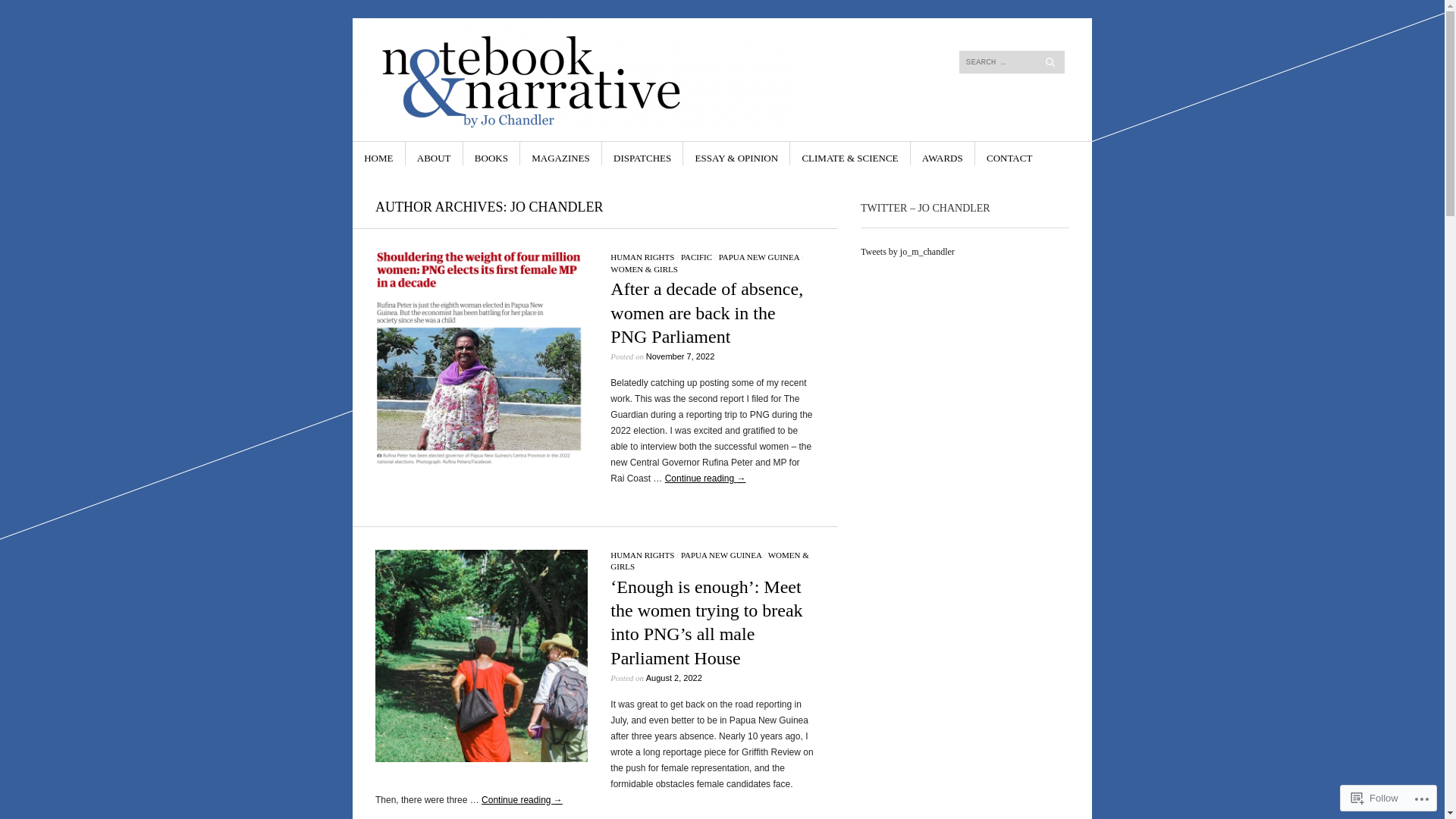  Describe the element at coordinates (510, 207) in the screenshot. I see `'JO CHANDLER'` at that location.